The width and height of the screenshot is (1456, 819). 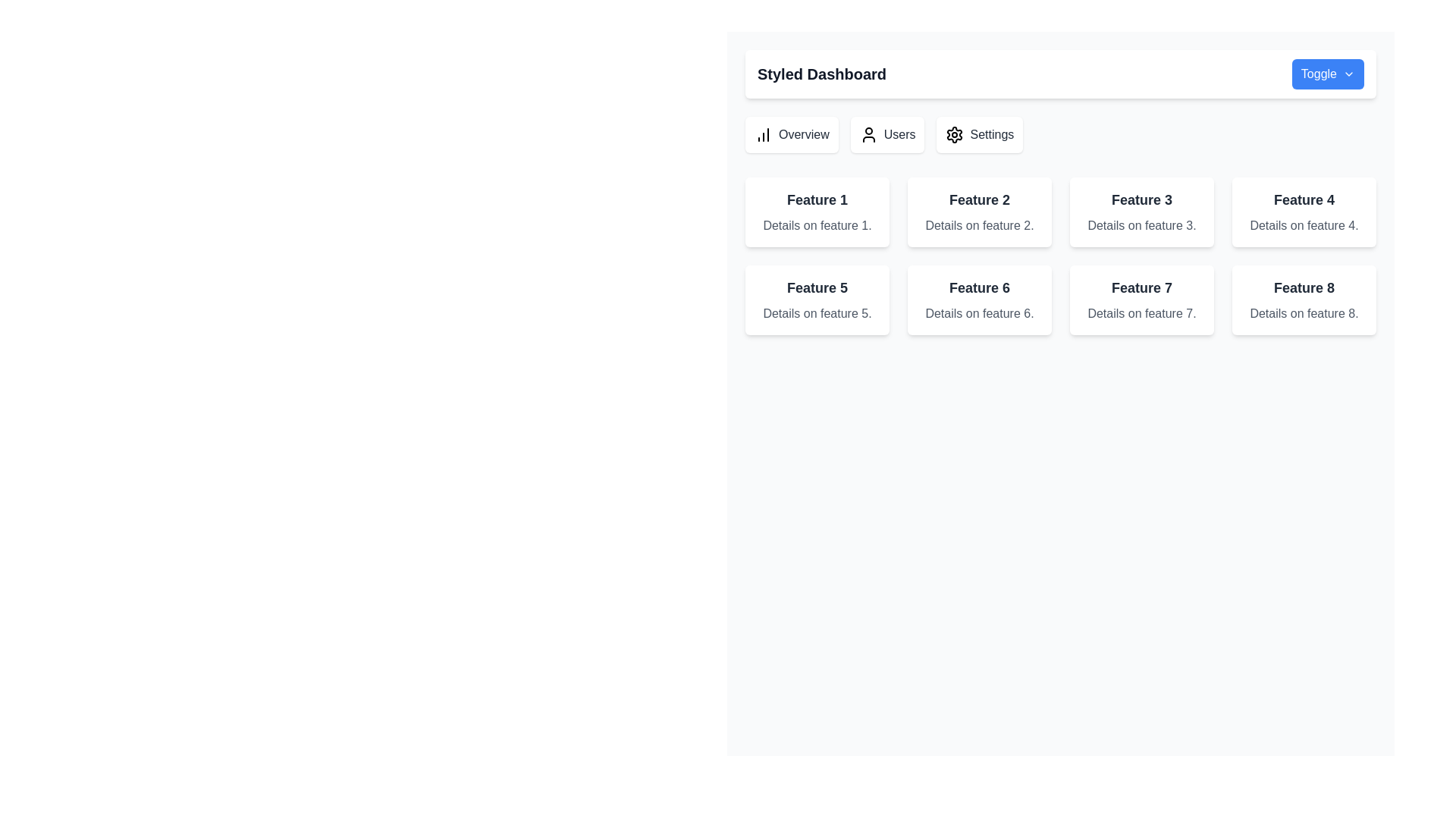 What do you see at coordinates (1349, 74) in the screenshot?
I see `the downward-pointing chevron icon located to the right of the 'Toggle' button text` at bounding box center [1349, 74].